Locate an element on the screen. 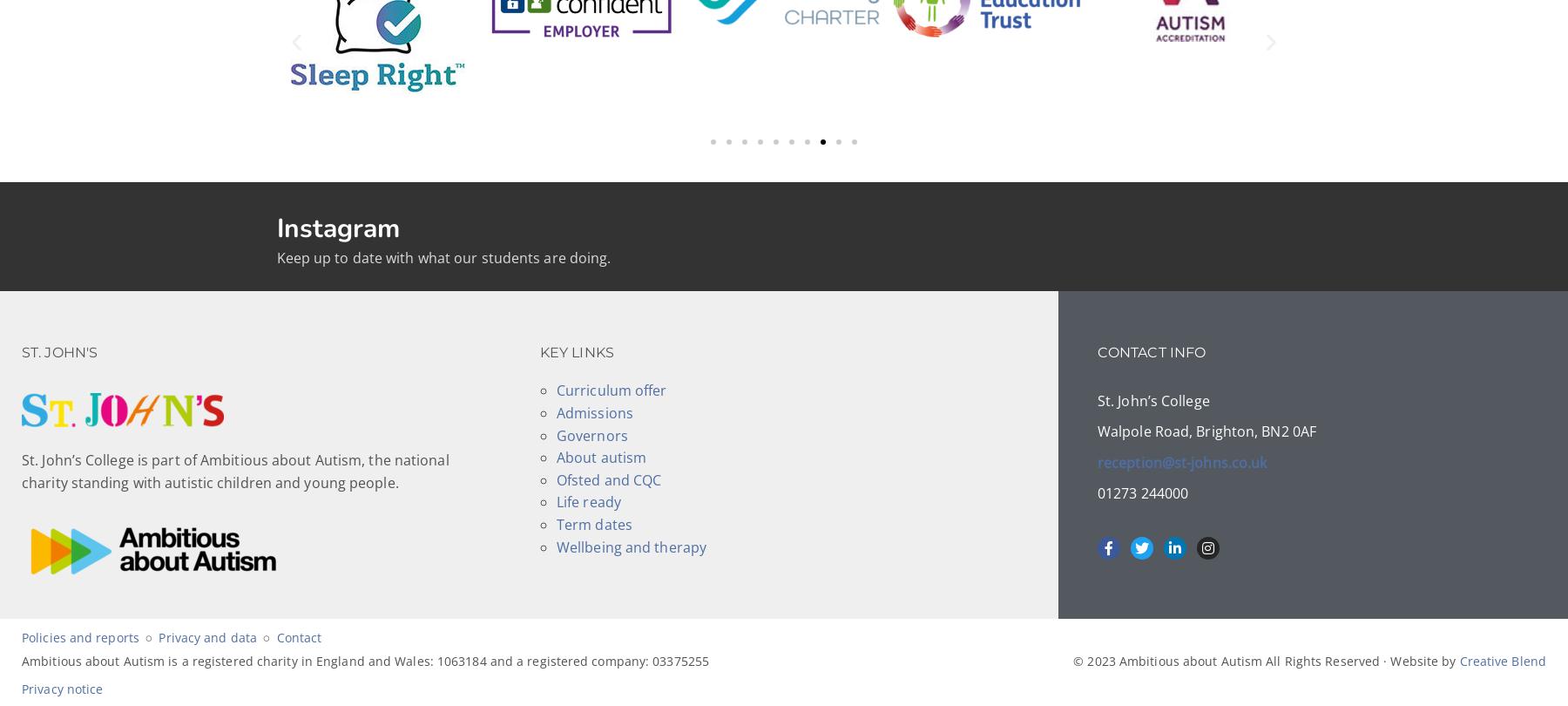  'Privacy notice' is located at coordinates (61, 687).